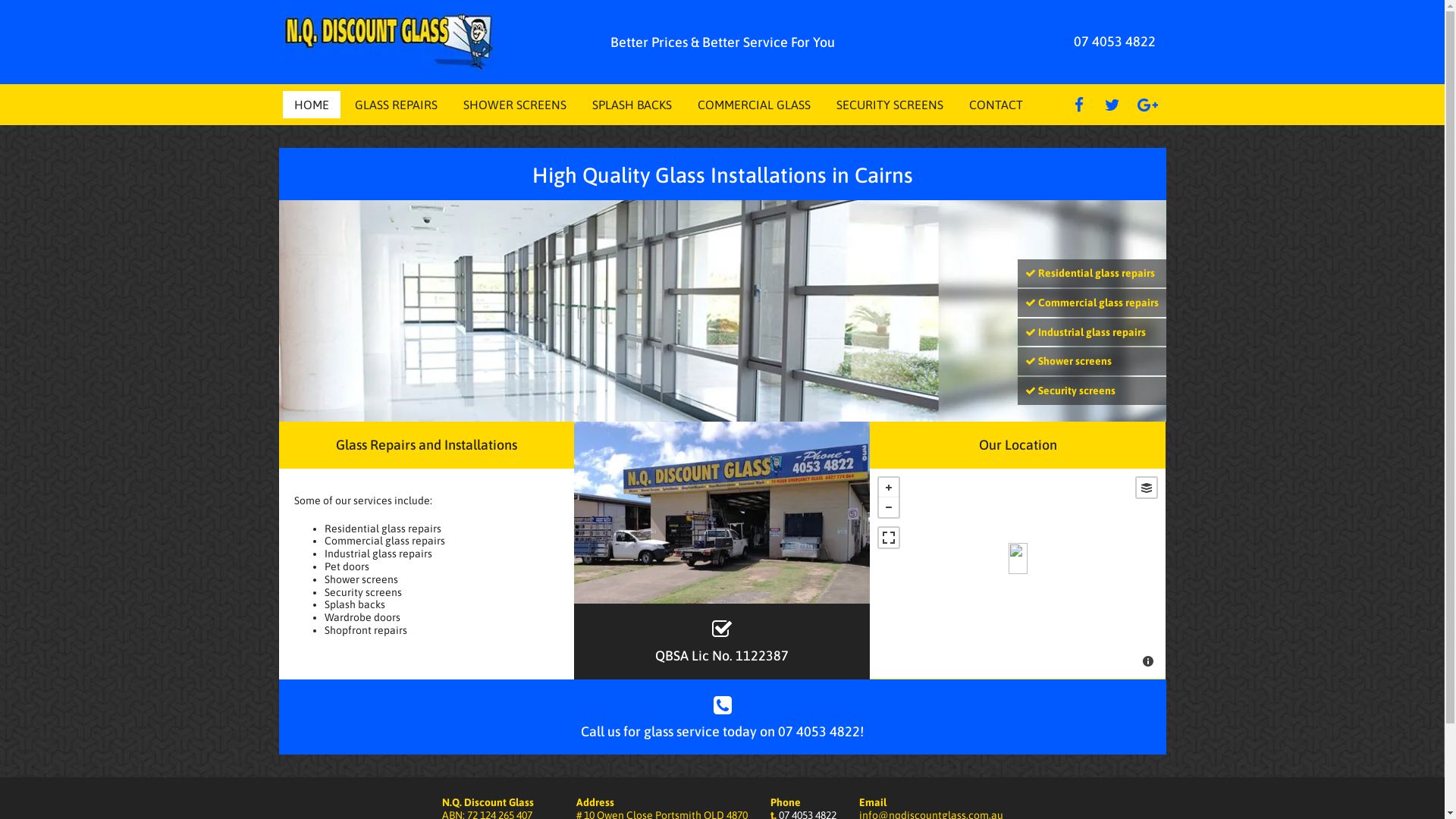 This screenshot has width=1456, height=819. Describe the element at coordinates (878, 507) in the screenshot. I see `'-'` at that location.